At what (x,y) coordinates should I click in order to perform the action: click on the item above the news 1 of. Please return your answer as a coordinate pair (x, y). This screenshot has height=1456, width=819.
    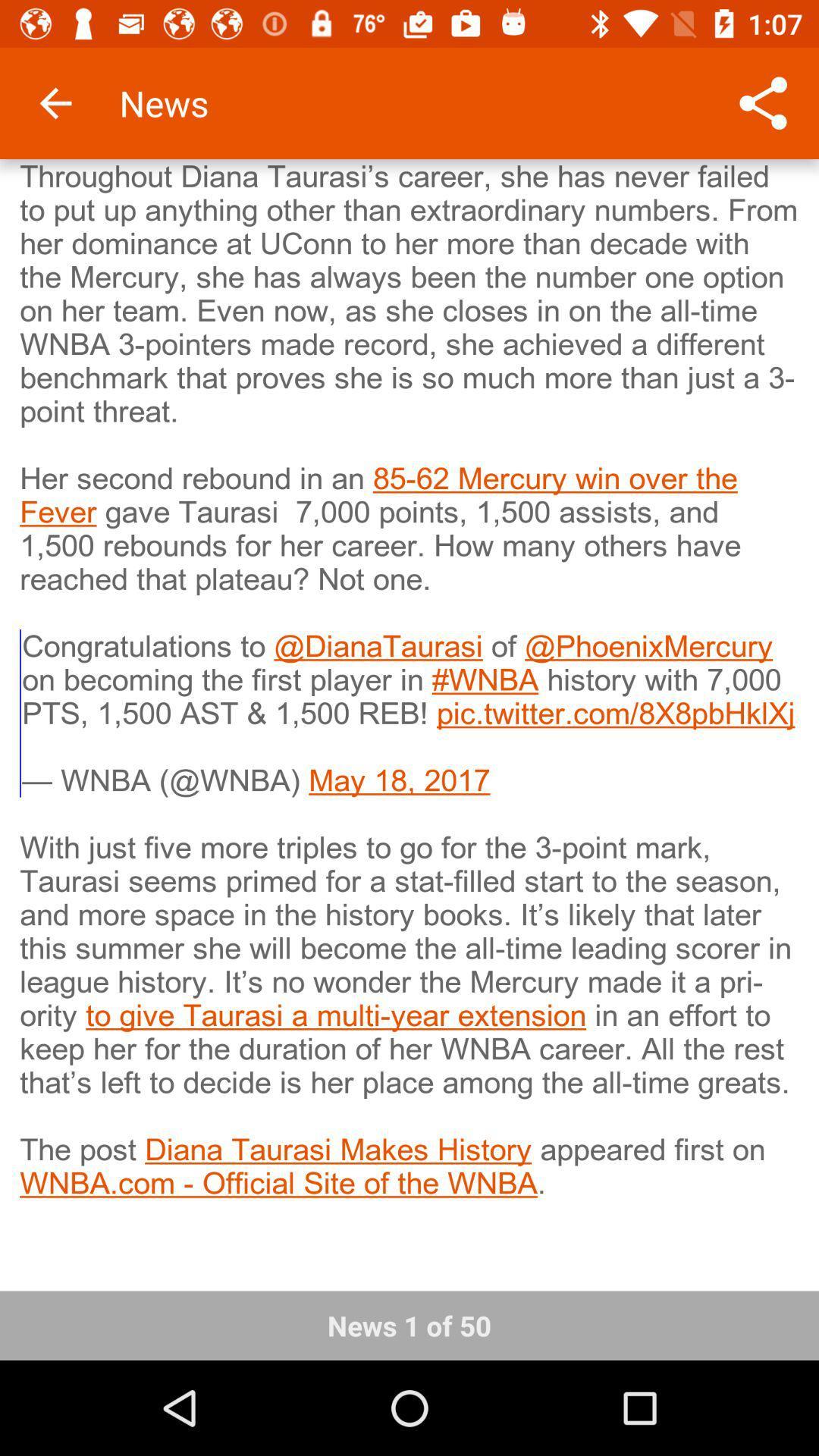
    Looking at the image, I should click on (409, 714).